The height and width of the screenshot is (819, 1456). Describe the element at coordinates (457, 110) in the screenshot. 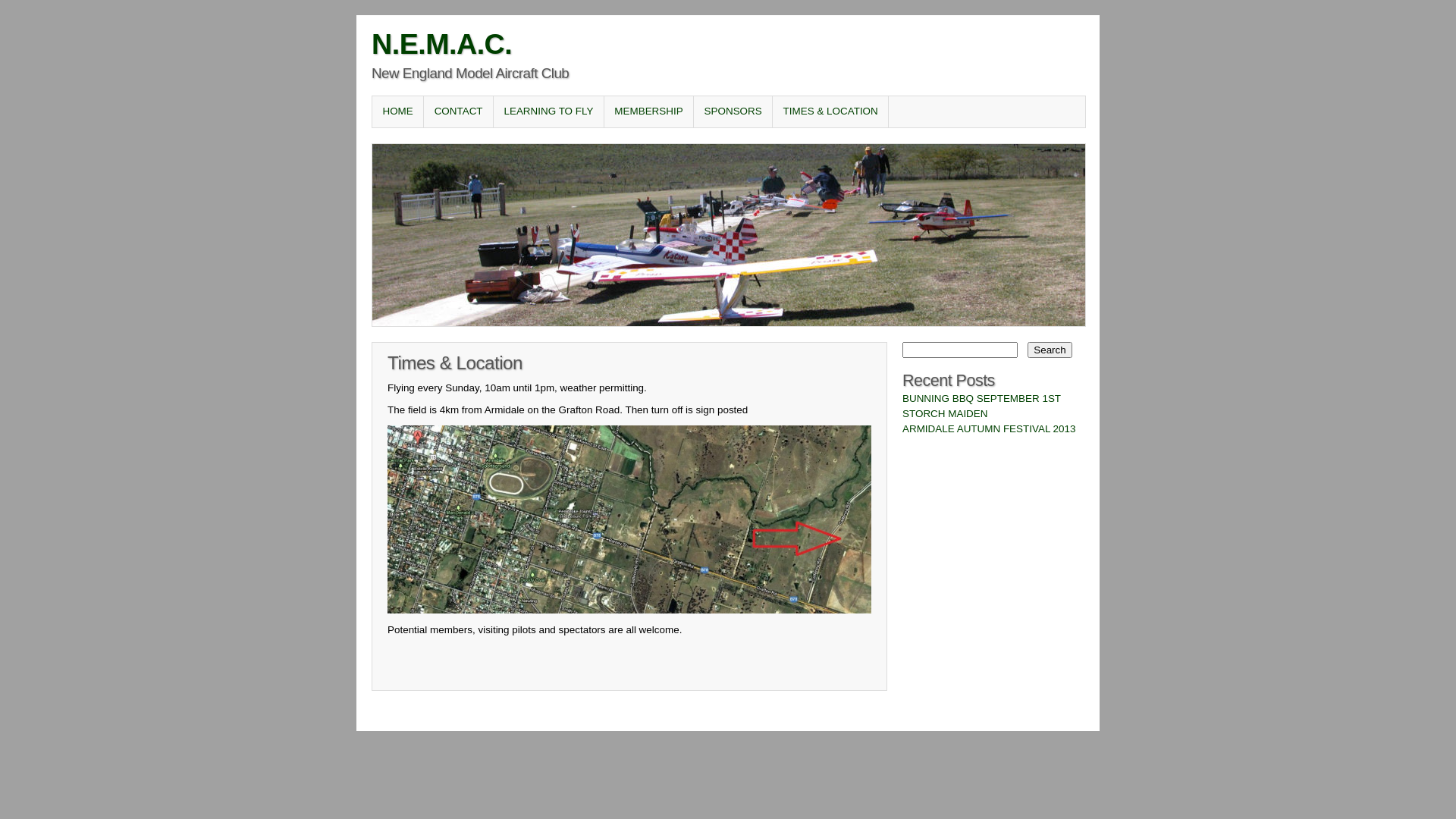

I see `'CONTACT'` at that location.